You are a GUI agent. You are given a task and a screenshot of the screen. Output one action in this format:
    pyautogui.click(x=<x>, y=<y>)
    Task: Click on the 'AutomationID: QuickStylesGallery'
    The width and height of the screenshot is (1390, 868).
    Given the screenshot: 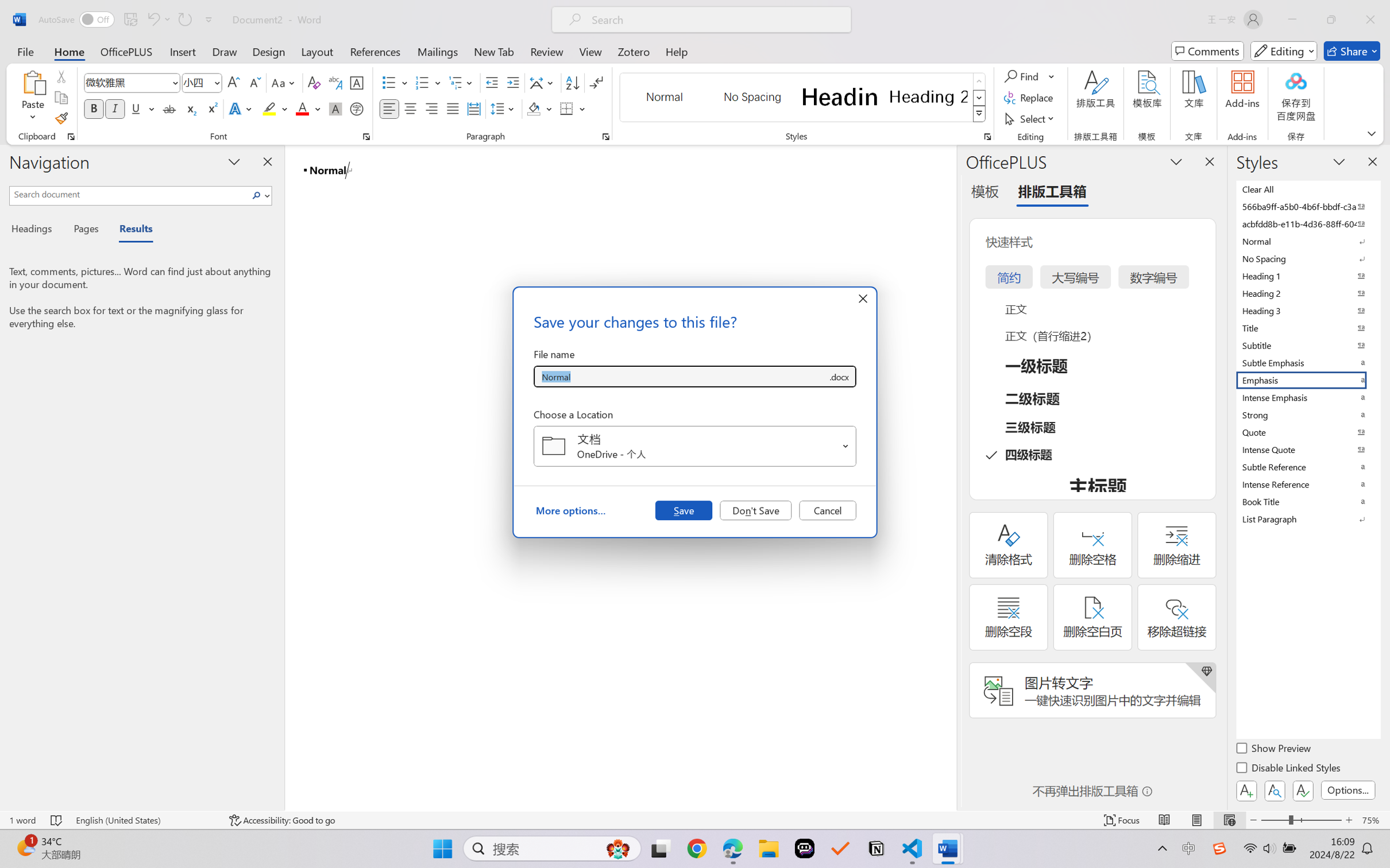 What is the action you would take?
    pyautogui.click(x=802, y=98)
    